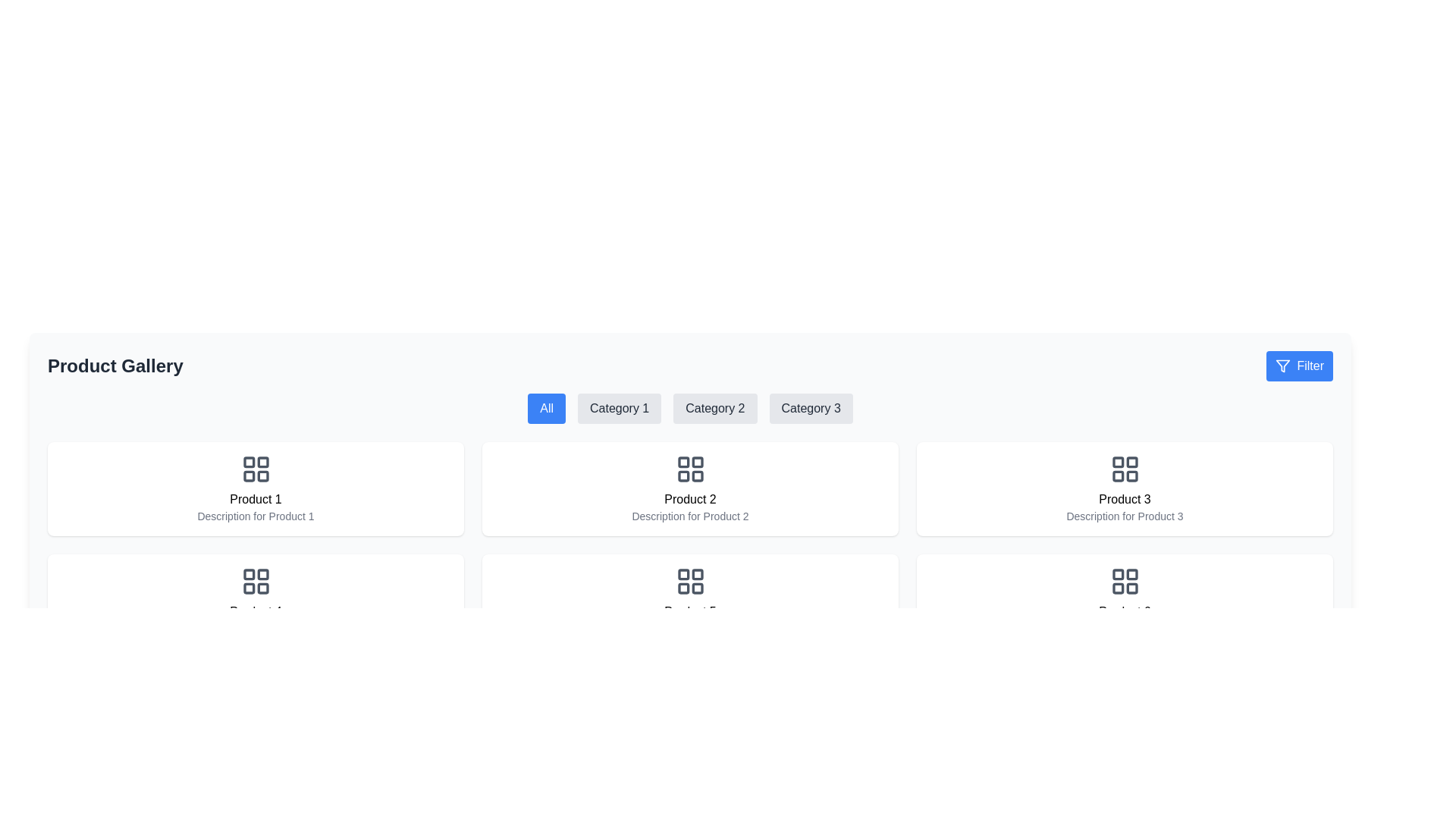  What do you see at coordinates (1118, 574) in the screenshot?
I see `the top-left rounded square icon within the grid layout of four squares in the product entry interface` at bounding box center [1118, 574].